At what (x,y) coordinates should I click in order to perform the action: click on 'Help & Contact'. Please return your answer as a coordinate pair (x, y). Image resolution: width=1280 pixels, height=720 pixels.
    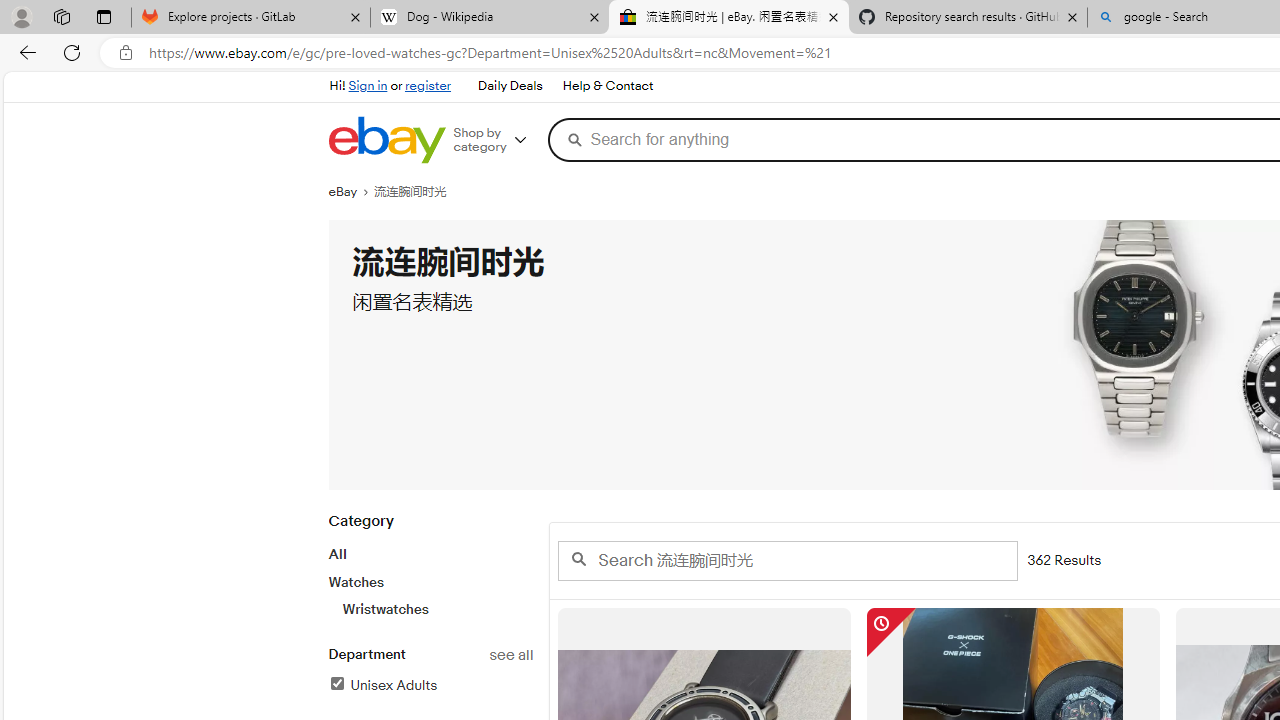
    Looking at the image, I should click on (605, 85).